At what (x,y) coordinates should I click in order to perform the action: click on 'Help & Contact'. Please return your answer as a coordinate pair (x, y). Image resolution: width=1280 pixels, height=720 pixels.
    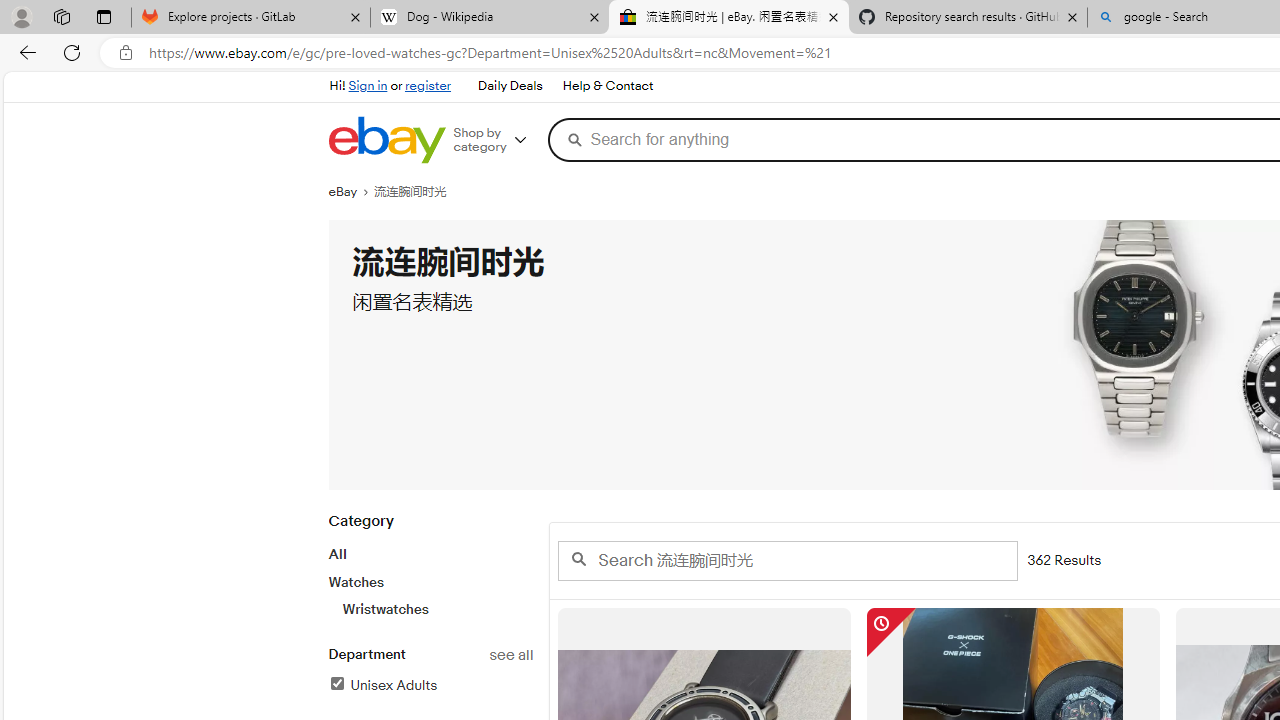
    Looking at the image, I should click on (605, 85).